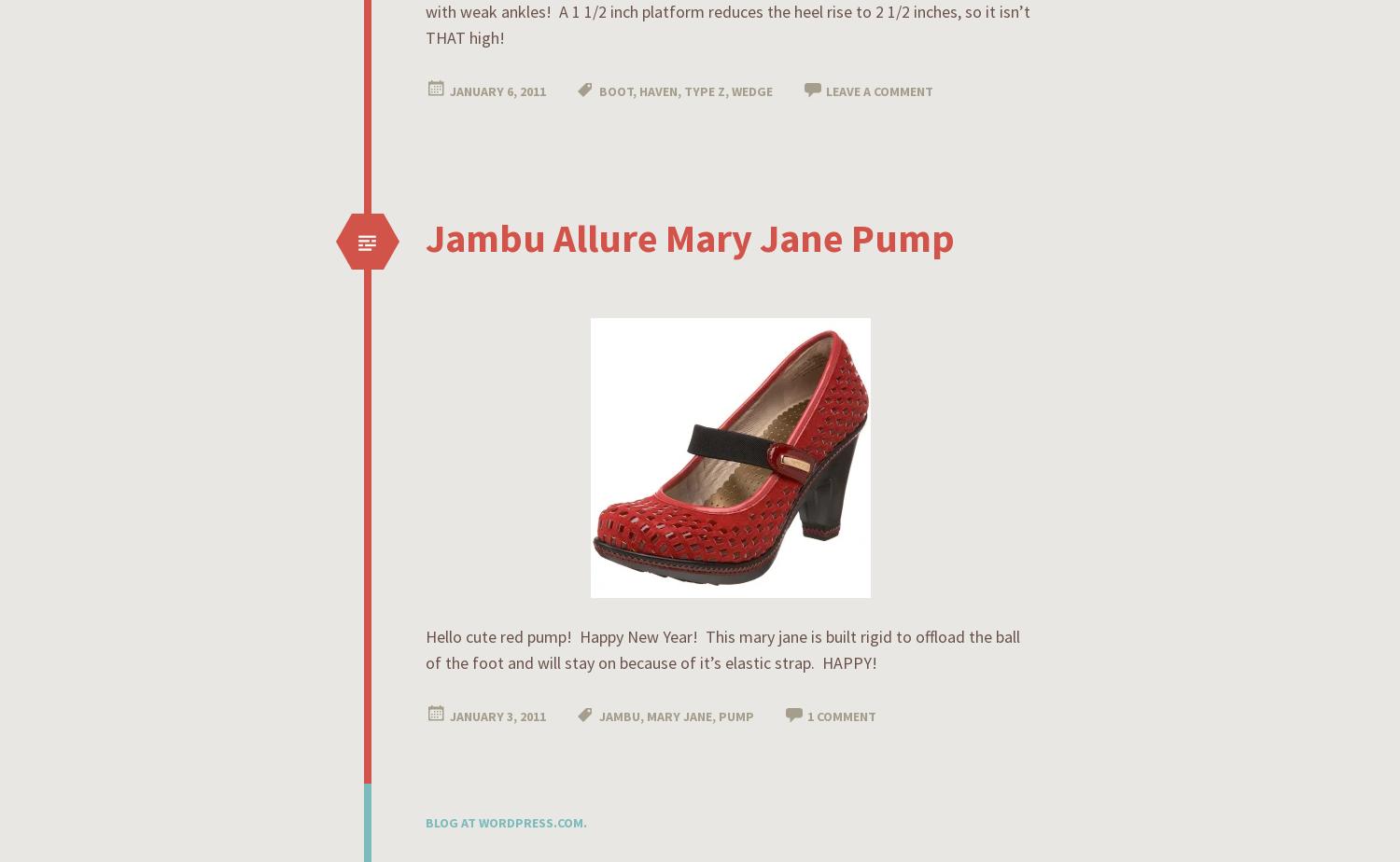 The width and height of the screenshot is (1400, 862). I want to click on 'January 6, 2011', so click(448, 91).